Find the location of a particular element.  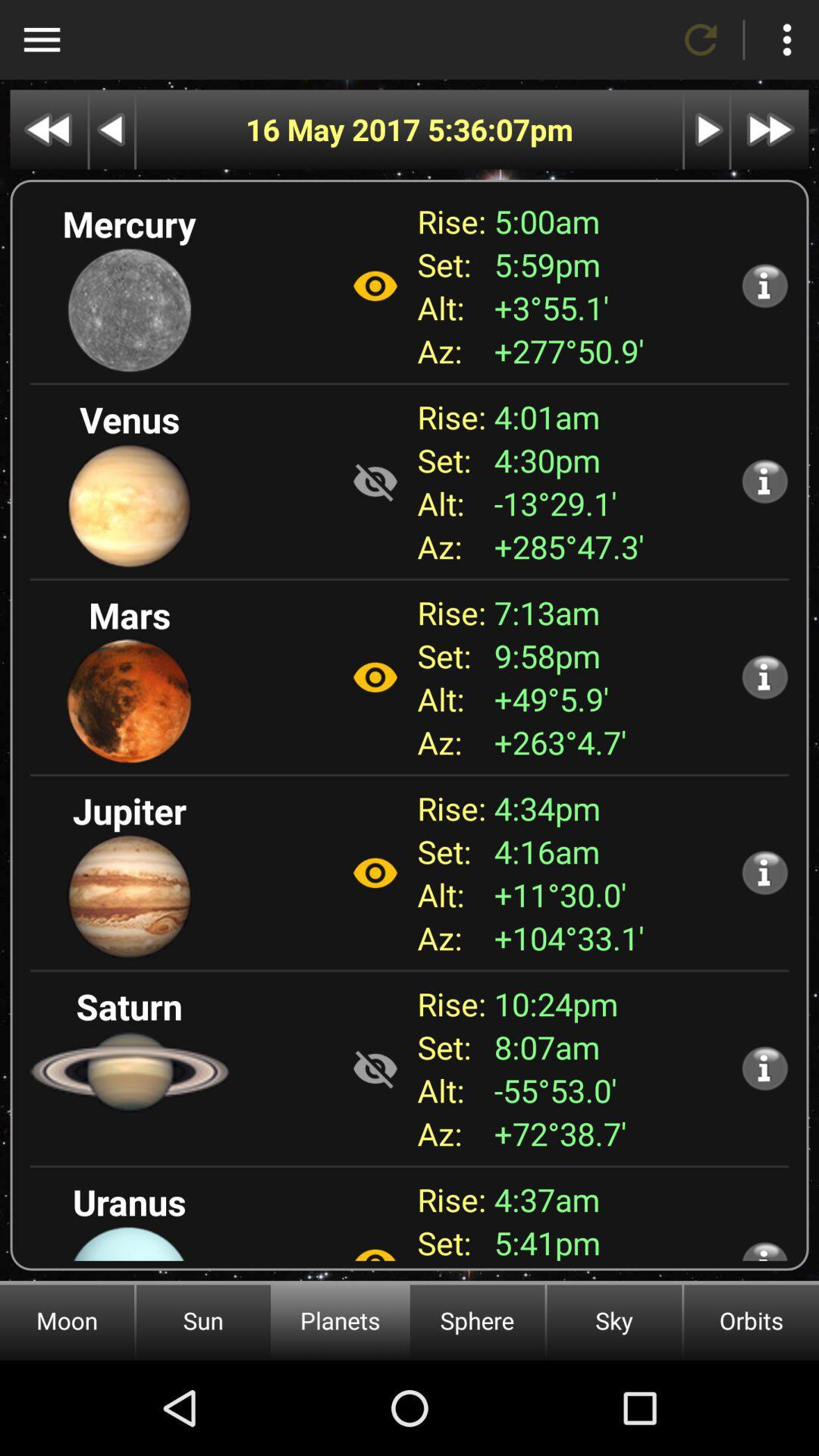

refresh the page is located at coordinates (701, 39).